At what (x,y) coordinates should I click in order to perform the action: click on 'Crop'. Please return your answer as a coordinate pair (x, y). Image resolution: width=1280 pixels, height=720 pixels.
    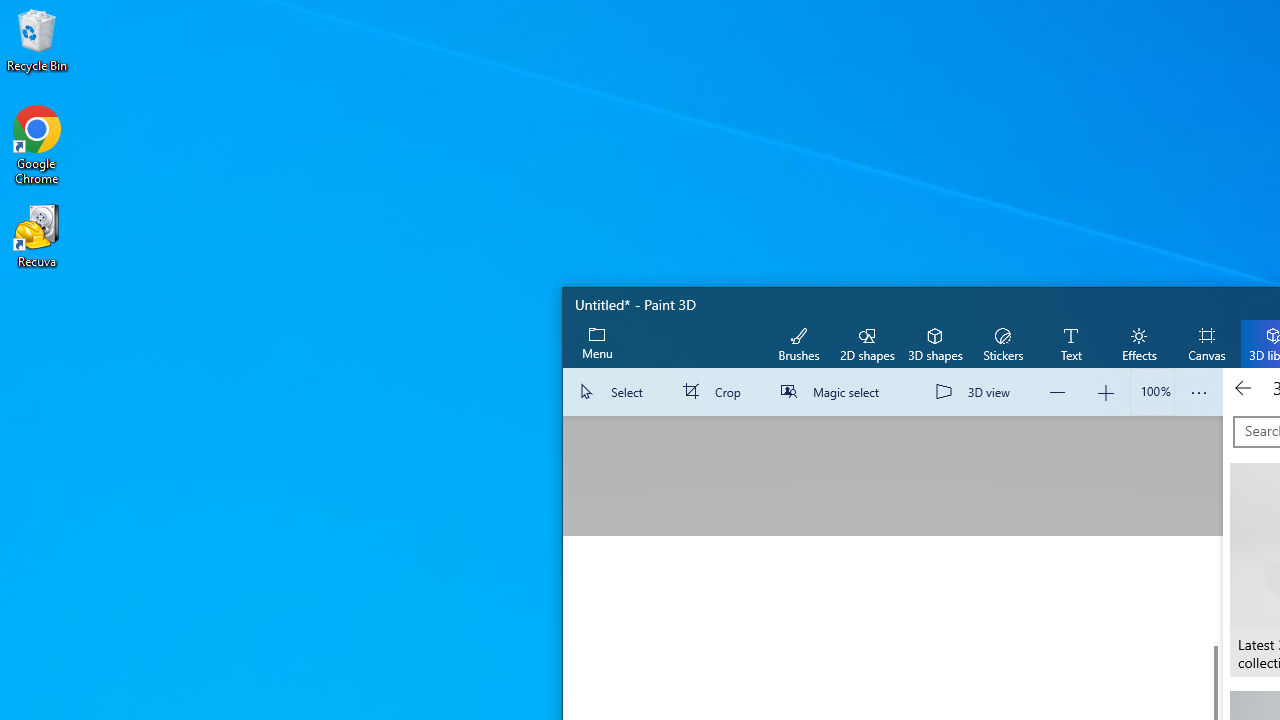
    Looking at the image, I should click on (716, 392).